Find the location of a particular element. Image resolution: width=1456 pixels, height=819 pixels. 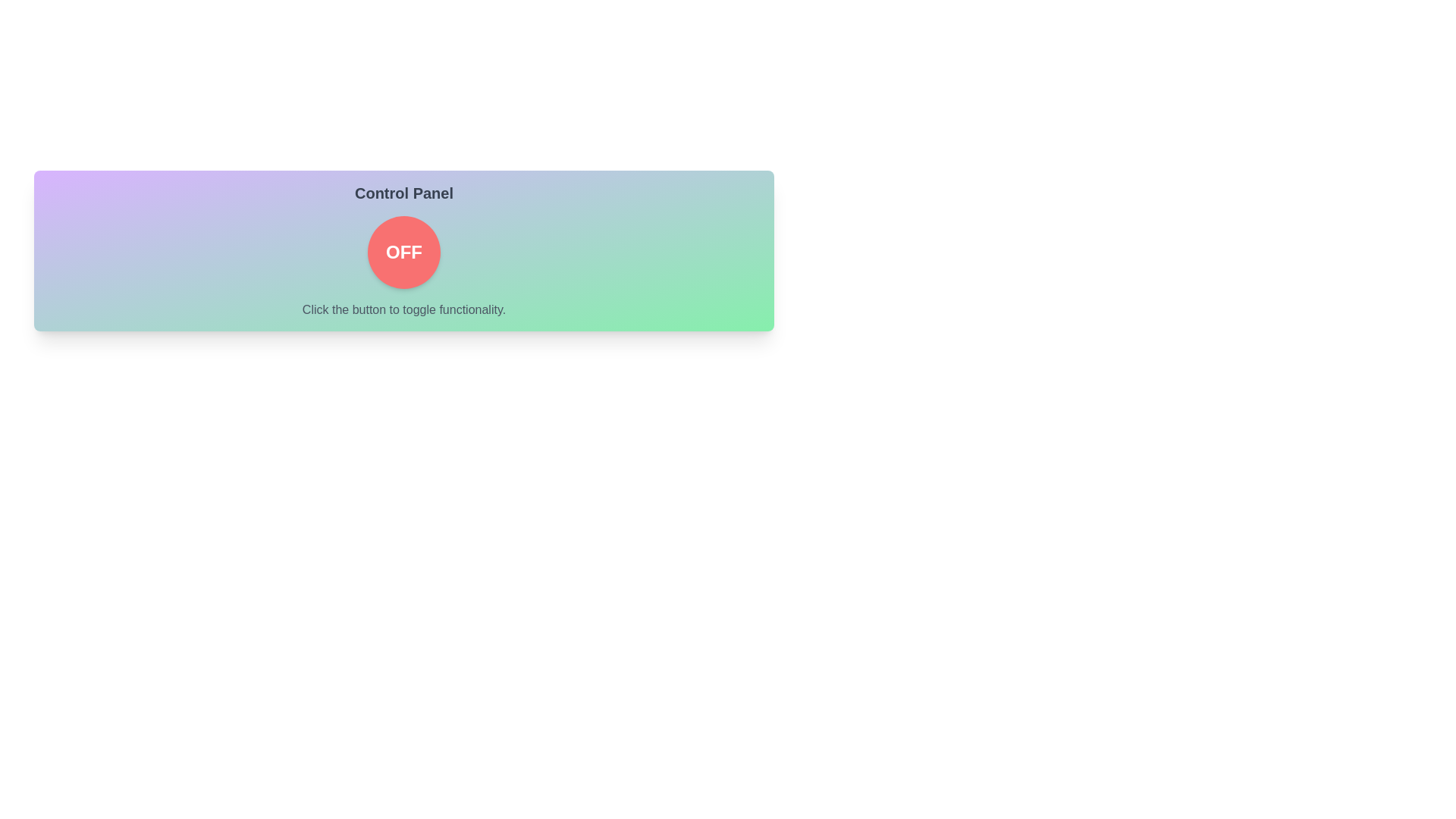

the button to toggle its state is located at coordinates (403, 251).